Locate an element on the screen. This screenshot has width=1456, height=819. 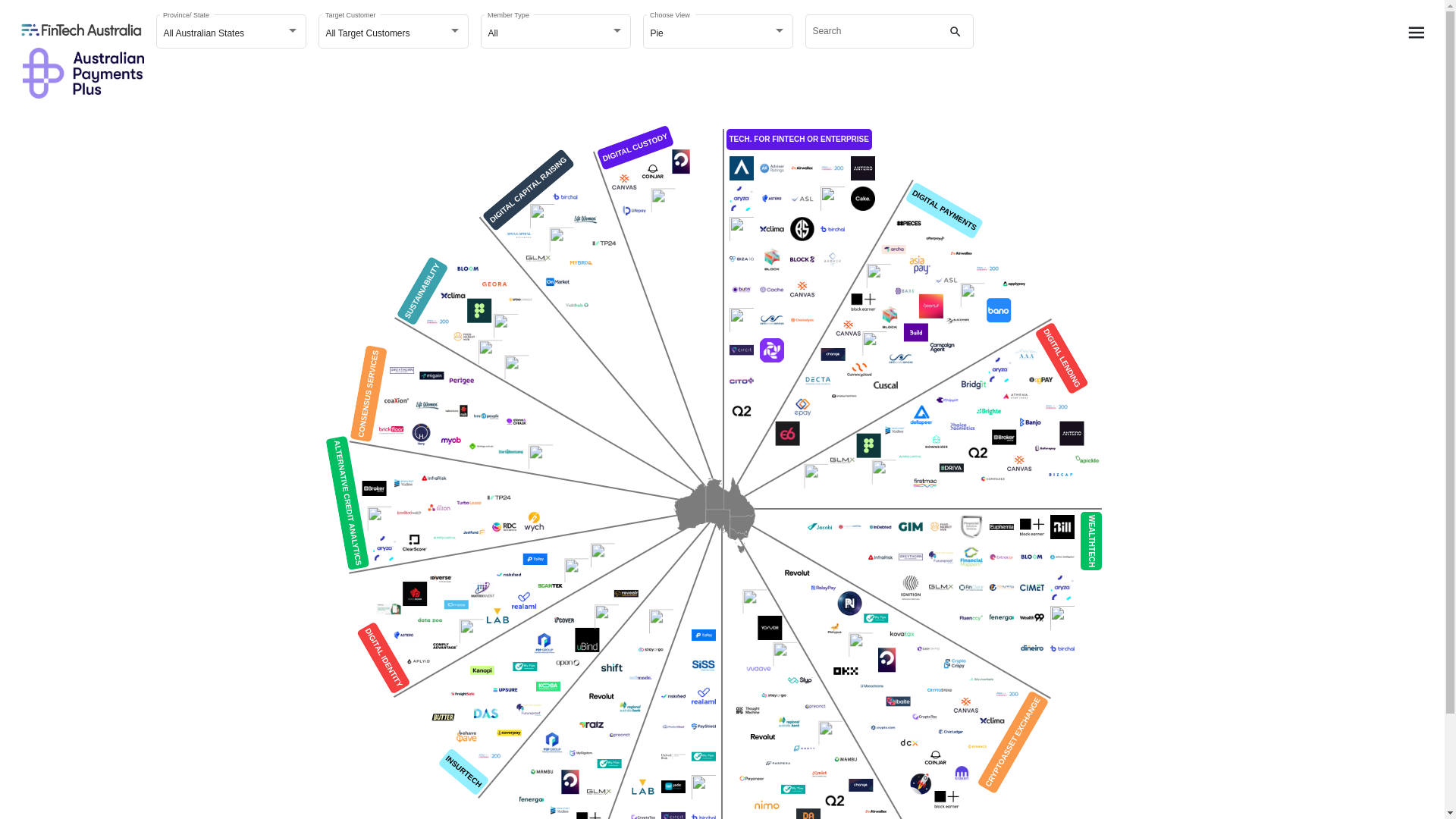
'Liftwomen Group' is located at coordinates (584, 219).